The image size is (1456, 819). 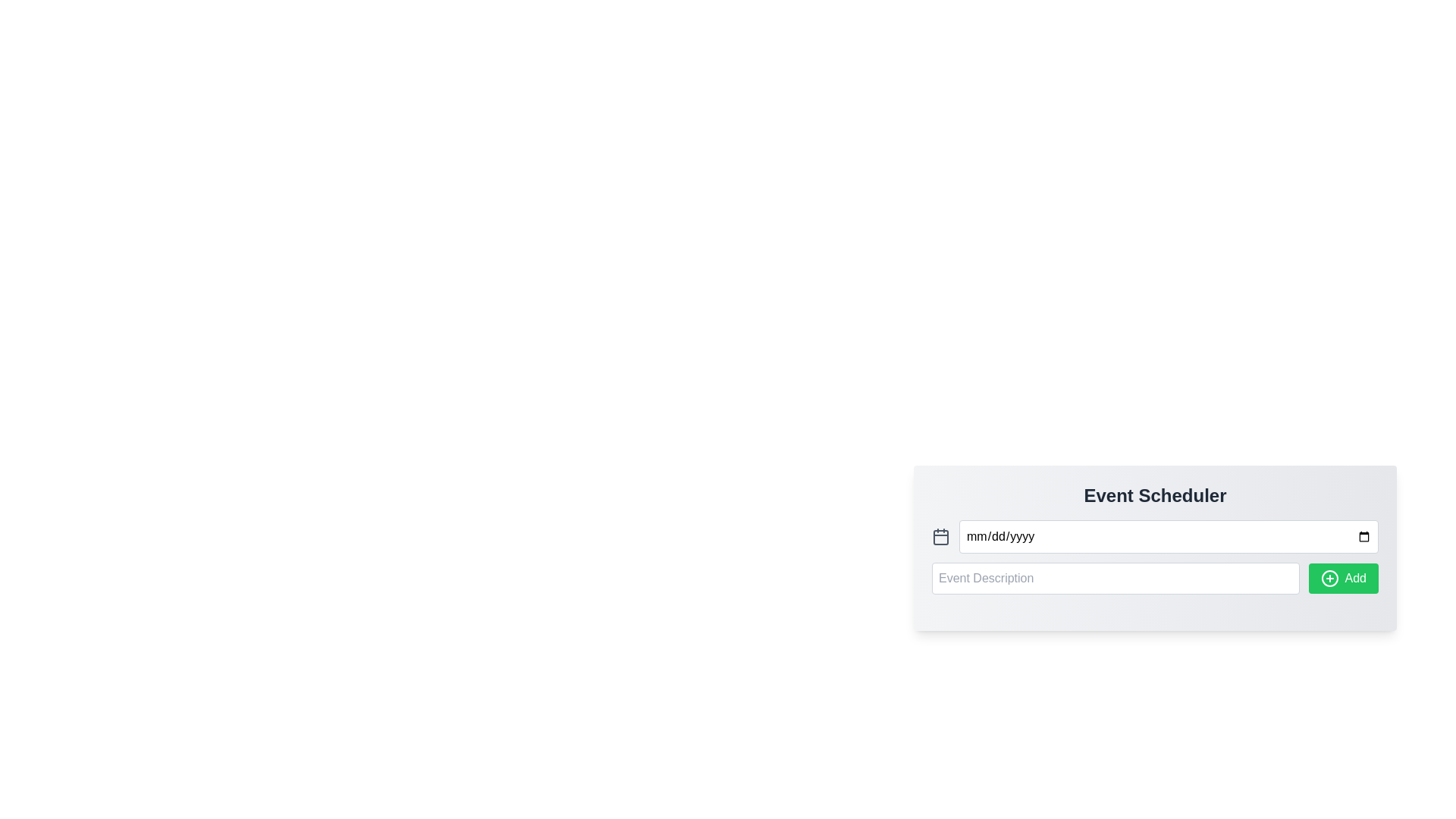 I want to click on the calendar date indicator icon located to the left of the date input field in the 'Event Scheduler' component, so click(x=940, y=536).